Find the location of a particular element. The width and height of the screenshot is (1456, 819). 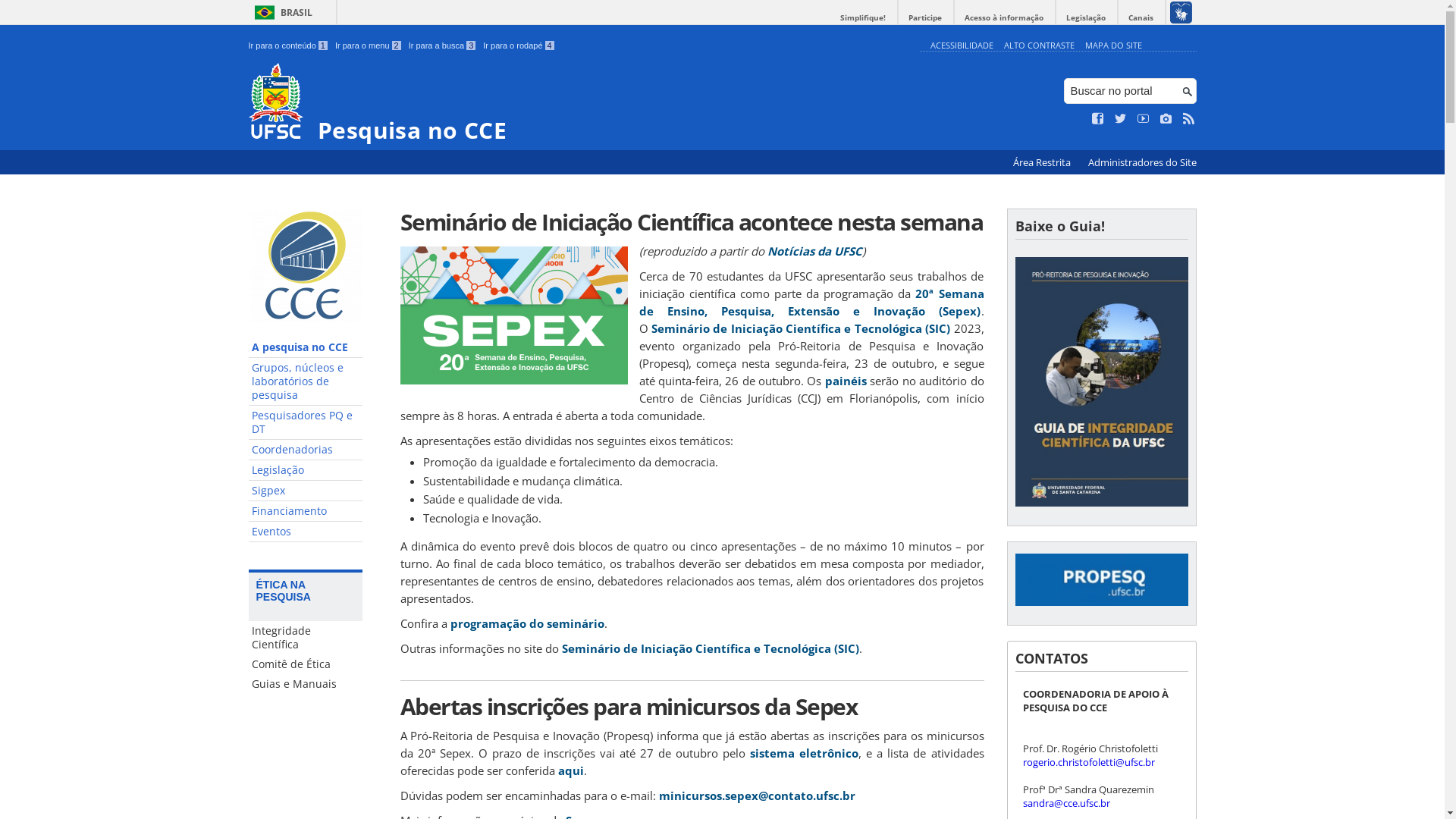

'Financiamento' is located at coordinates (305, 511).